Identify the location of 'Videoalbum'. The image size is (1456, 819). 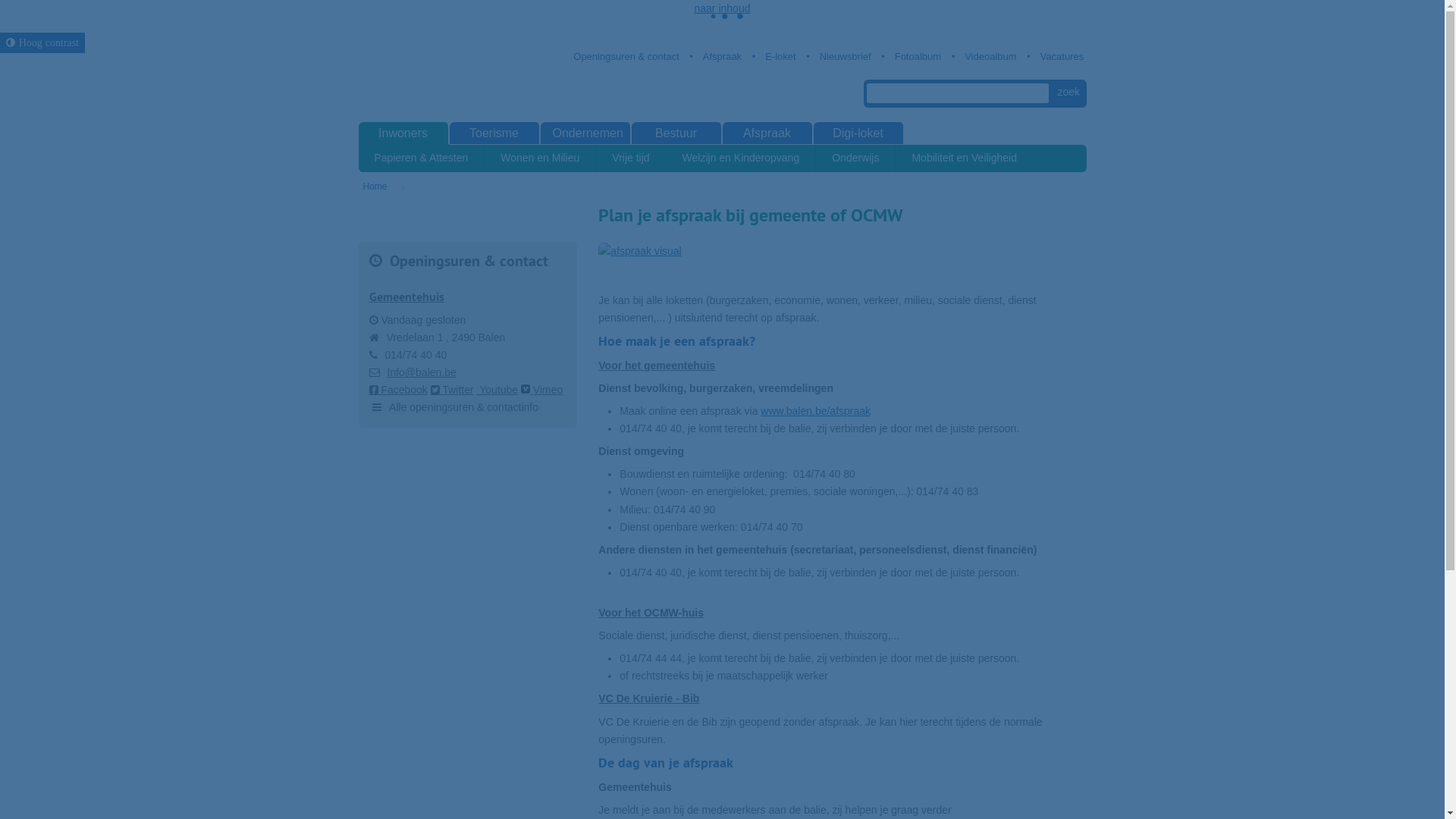
(983, 55).